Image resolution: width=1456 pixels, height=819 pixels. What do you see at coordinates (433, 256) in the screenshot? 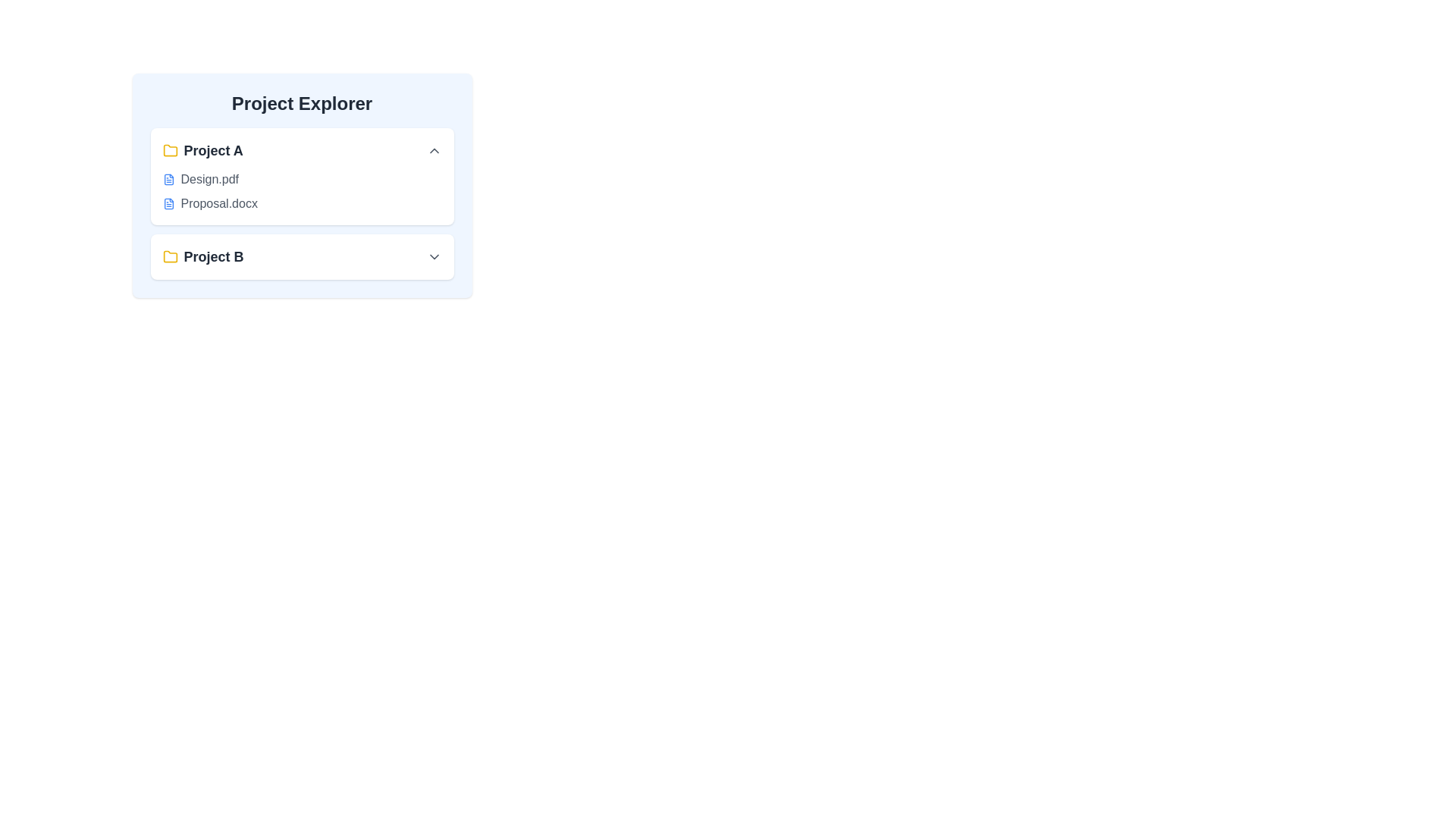
I see `toggle button of Project B to expand or collapse it` at bounding box center [433, 256].